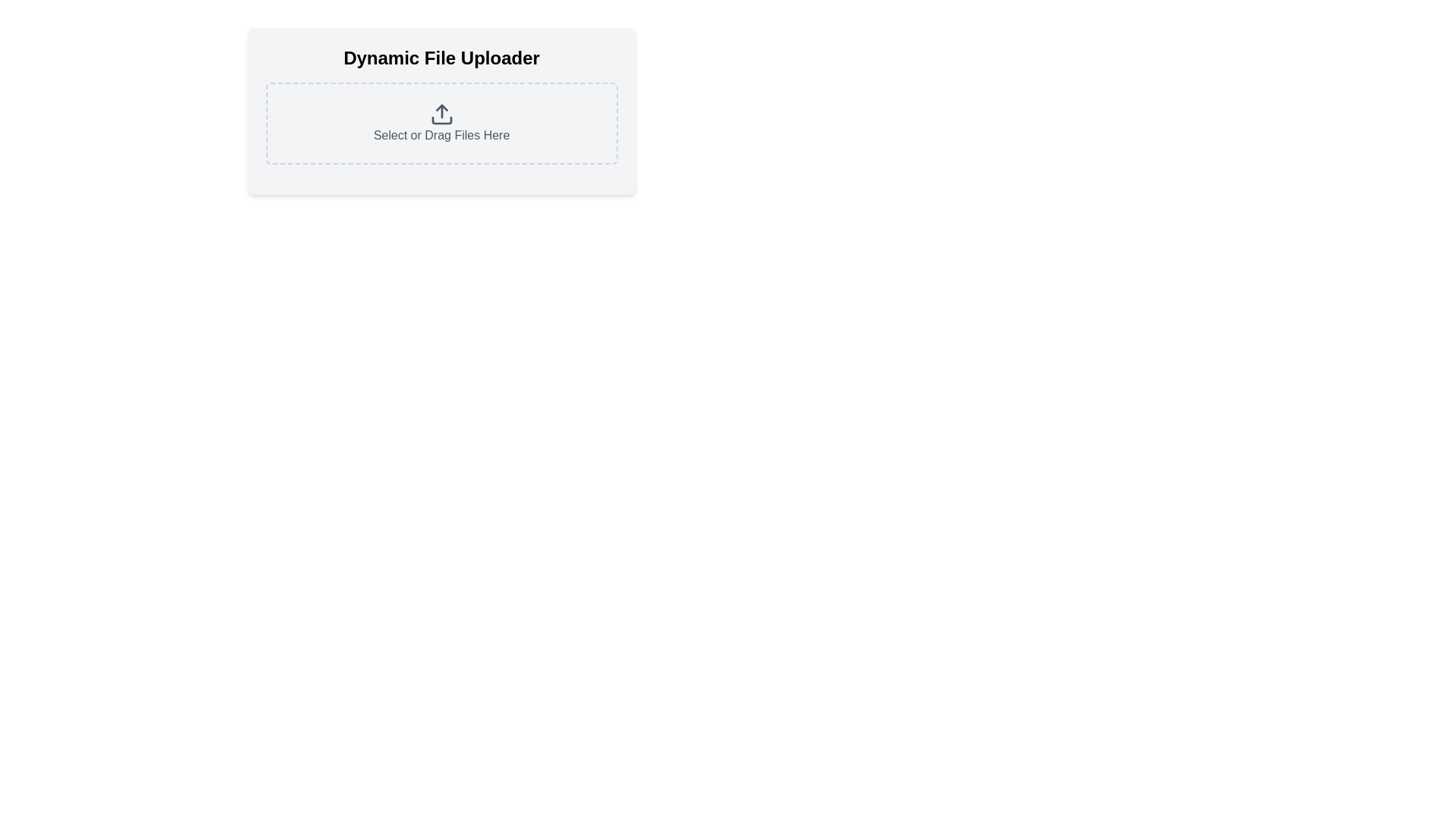 This screenshot has height=819, width=1456. I want to click on the Text label that instructs users to select files or drag and drop them into the upload area, located below the upload icon in the dynamic file uploader component, so click(441, 134).